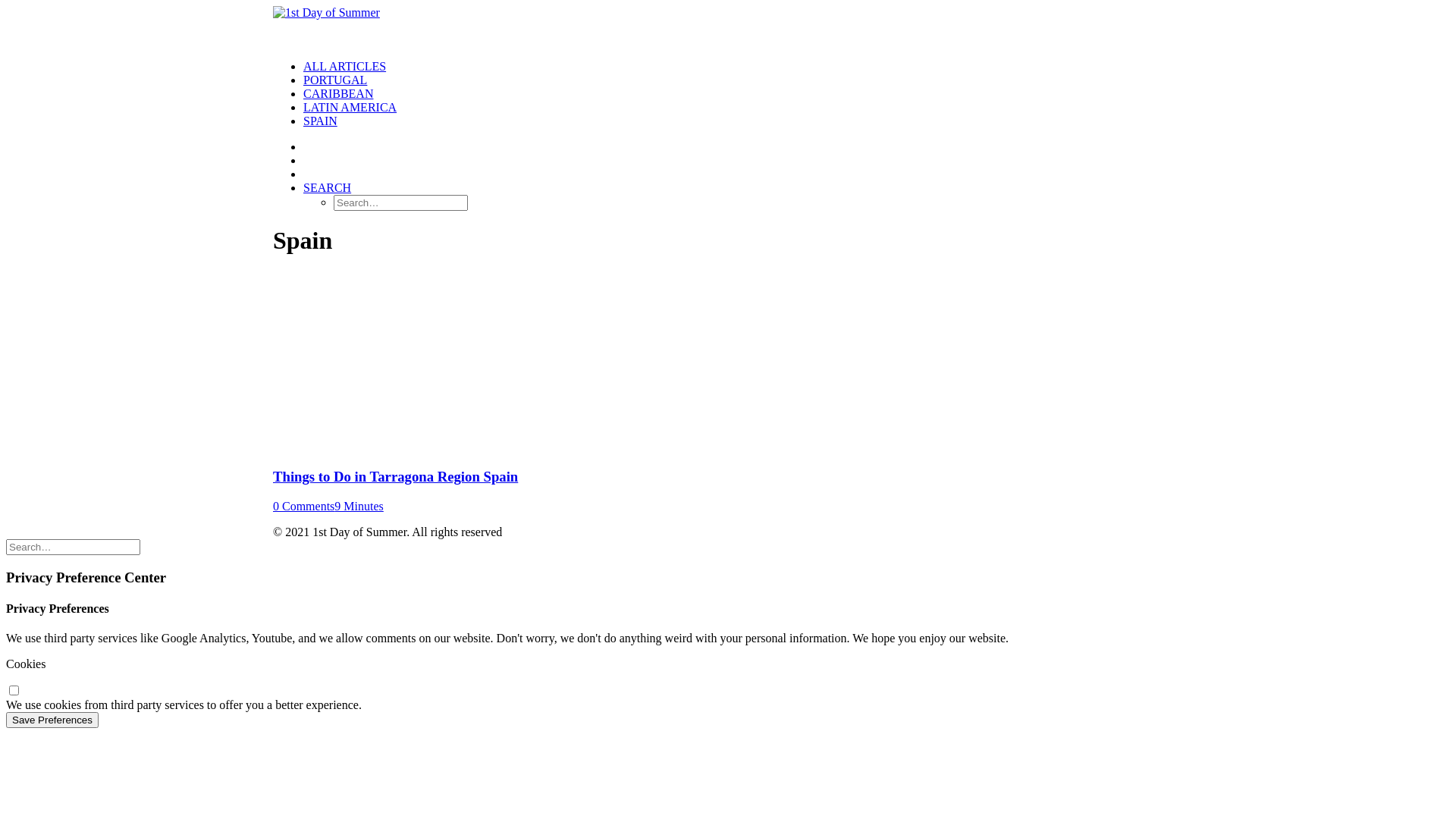 Image resolution: width=1456 pixels, height=819 pixels. I want to click on 'Things to Do in Tarragona Region Spain, so click(728, 491).